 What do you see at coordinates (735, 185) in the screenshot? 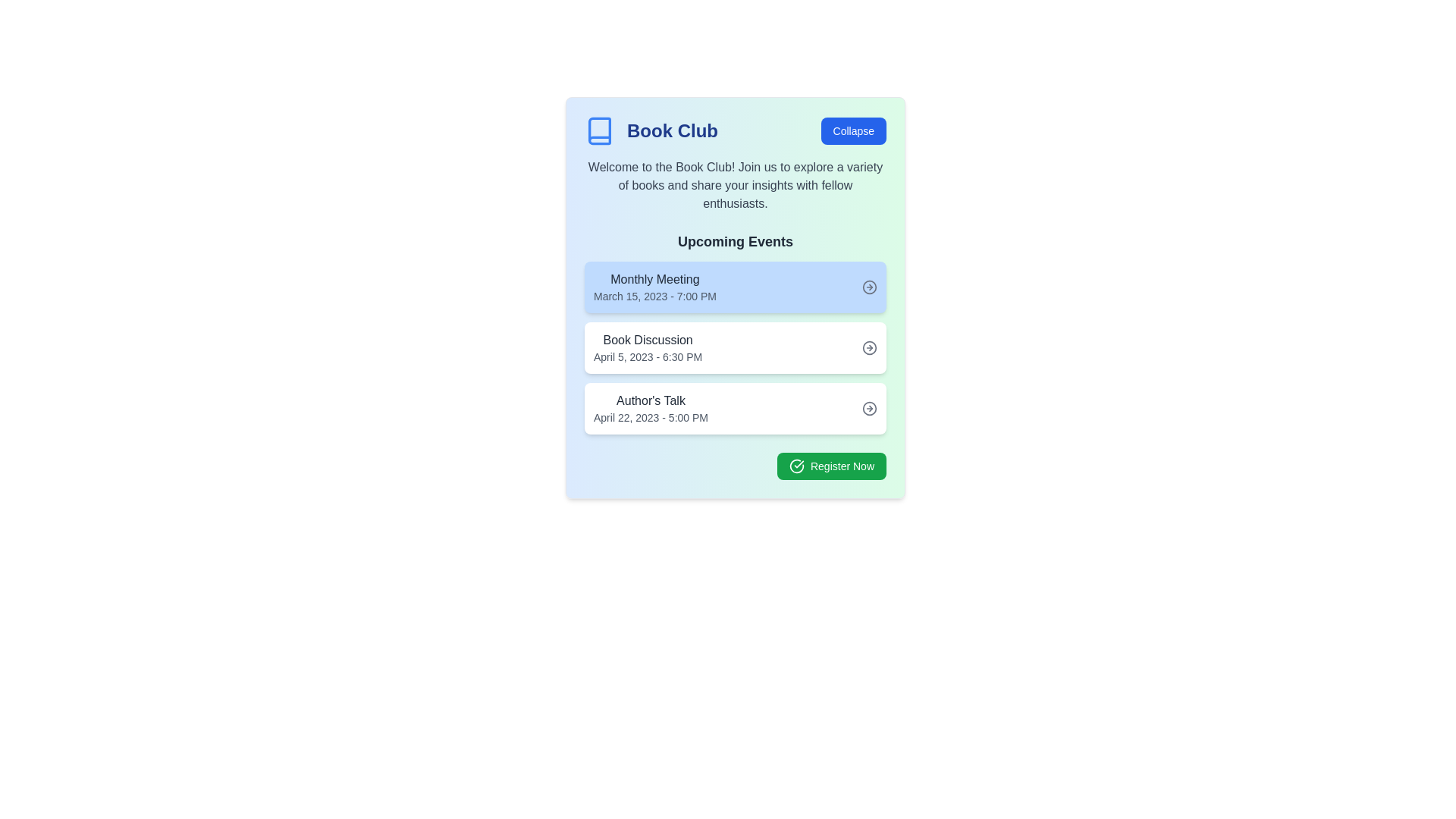
I see `the text block displaying the message 'Welcome to the Book Club! Join us` at bounding box center [735, 185].